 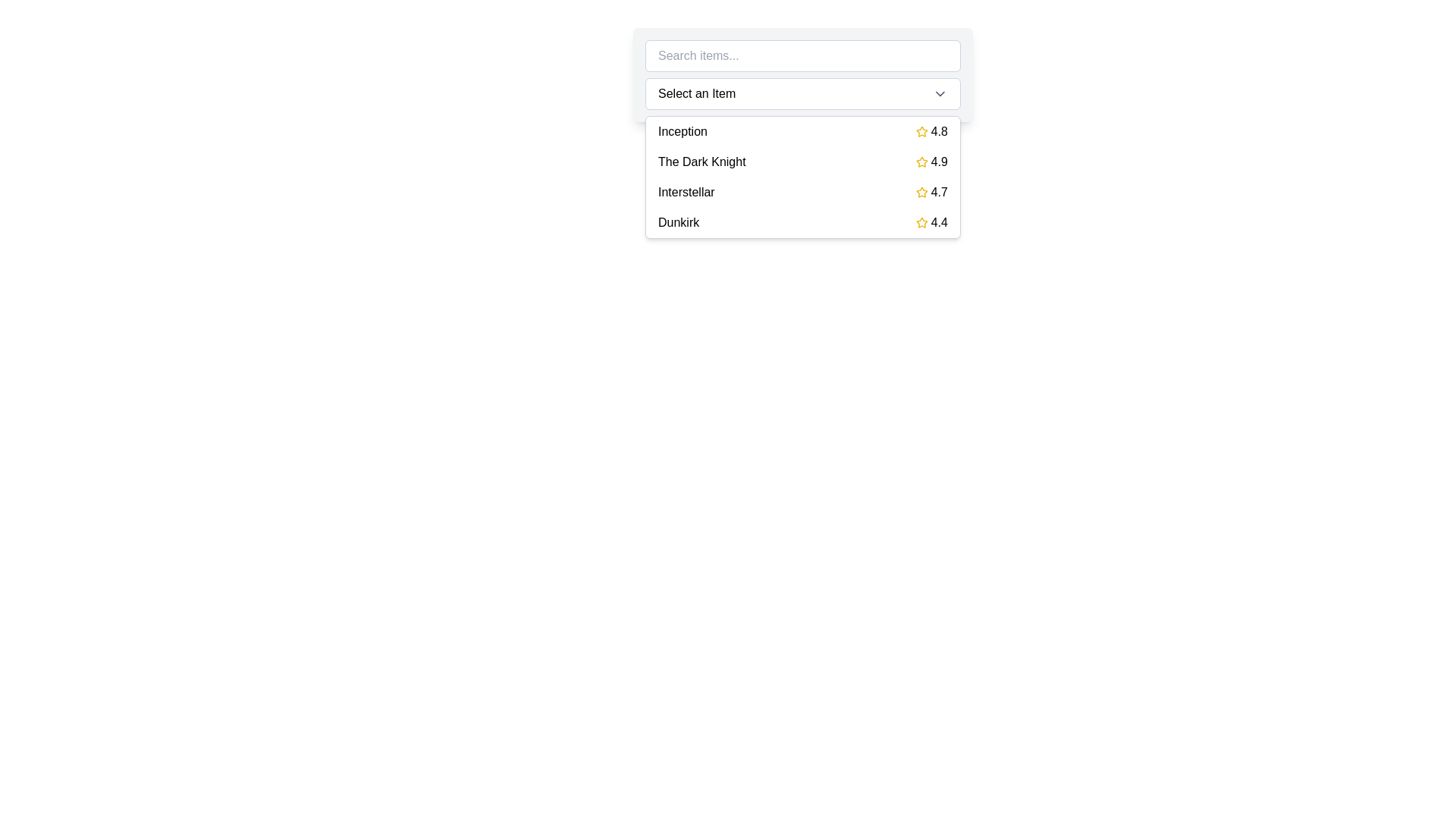 I want to click on the selectable text option displaying 'Dunkirk' in the dropdown menu, so click(x=678, y=222).